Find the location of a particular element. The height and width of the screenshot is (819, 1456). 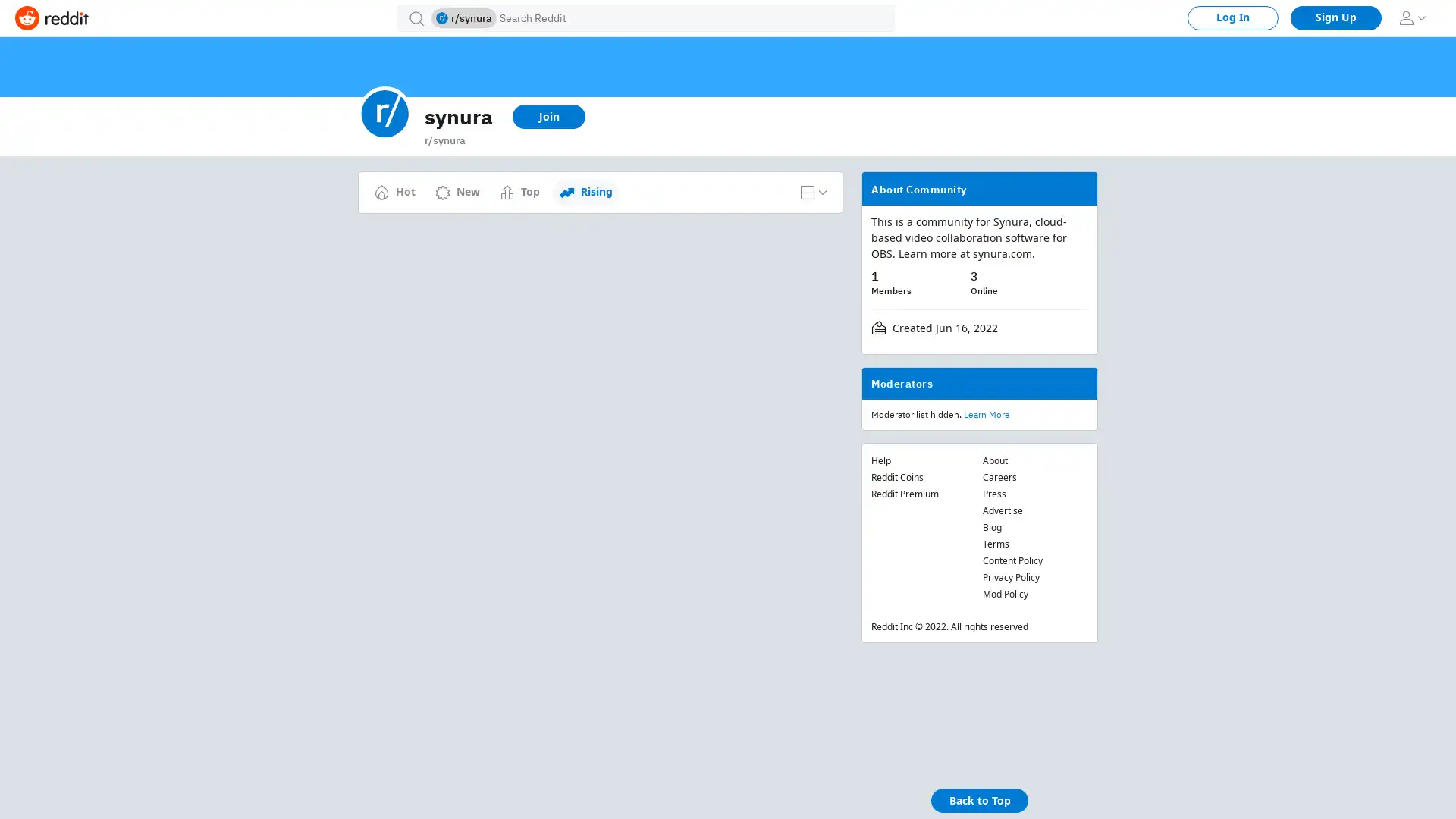

Rising is located at coordinates (585, 192).